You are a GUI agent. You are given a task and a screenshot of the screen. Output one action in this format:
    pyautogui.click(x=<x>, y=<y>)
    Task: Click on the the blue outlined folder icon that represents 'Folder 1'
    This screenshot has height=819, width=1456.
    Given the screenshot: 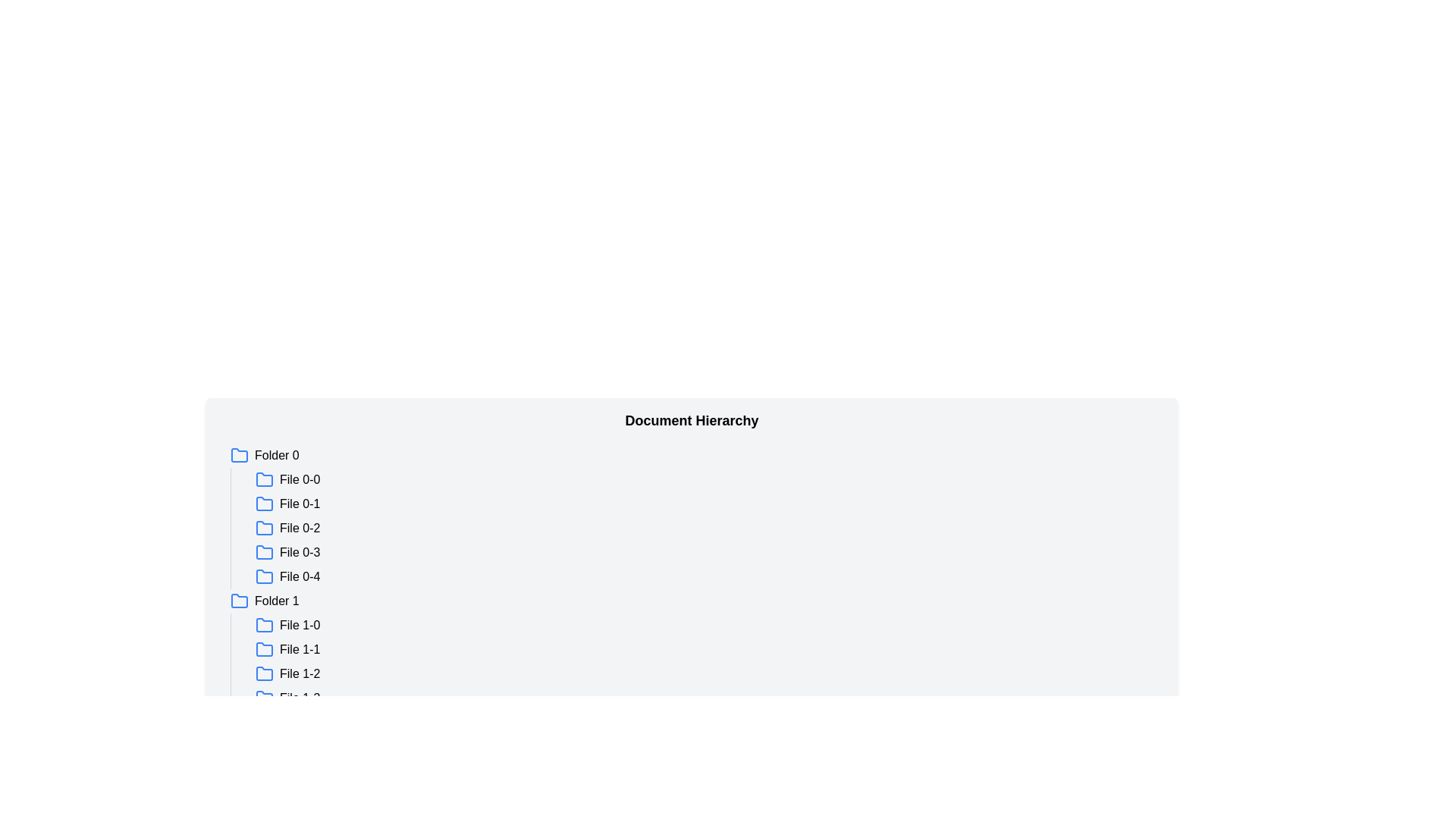 What is the action you would take?
    pyautogui.click(x=239, y=601)
    